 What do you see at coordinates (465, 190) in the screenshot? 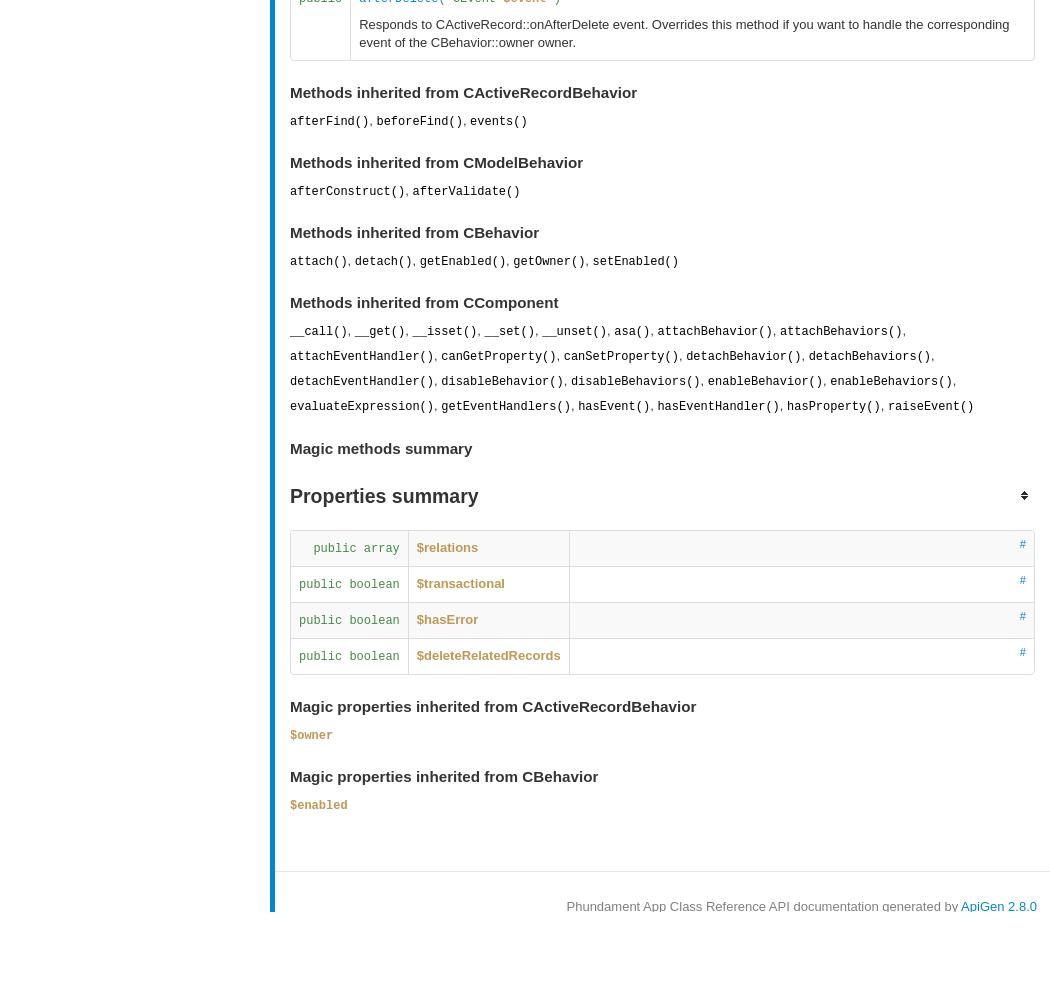
I see `'afterValidate()'` at bounding box center [465, 190].